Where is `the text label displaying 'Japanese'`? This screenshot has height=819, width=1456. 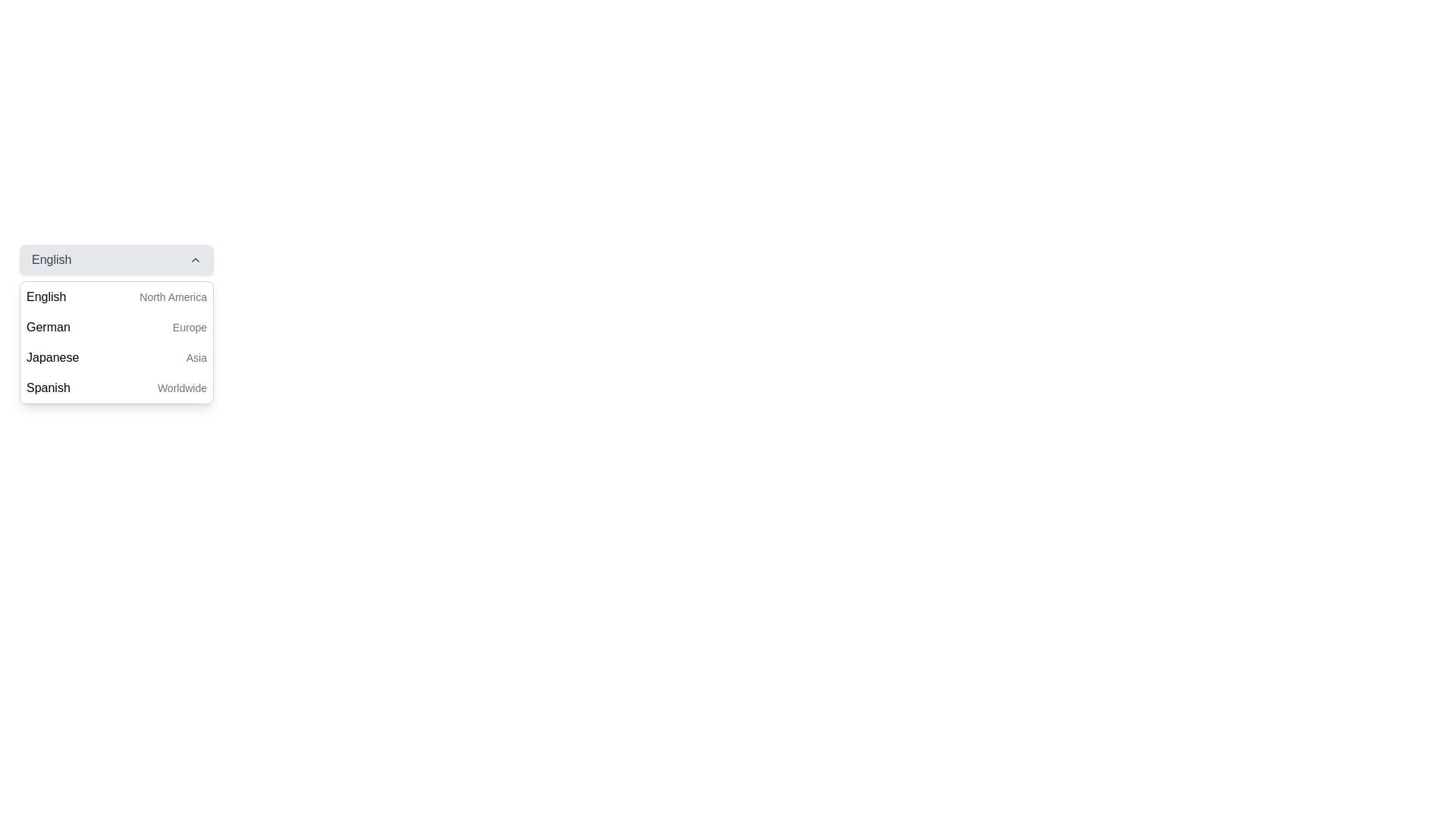
the text label displaying 'Japanese' is located at coordinates (52, 357).